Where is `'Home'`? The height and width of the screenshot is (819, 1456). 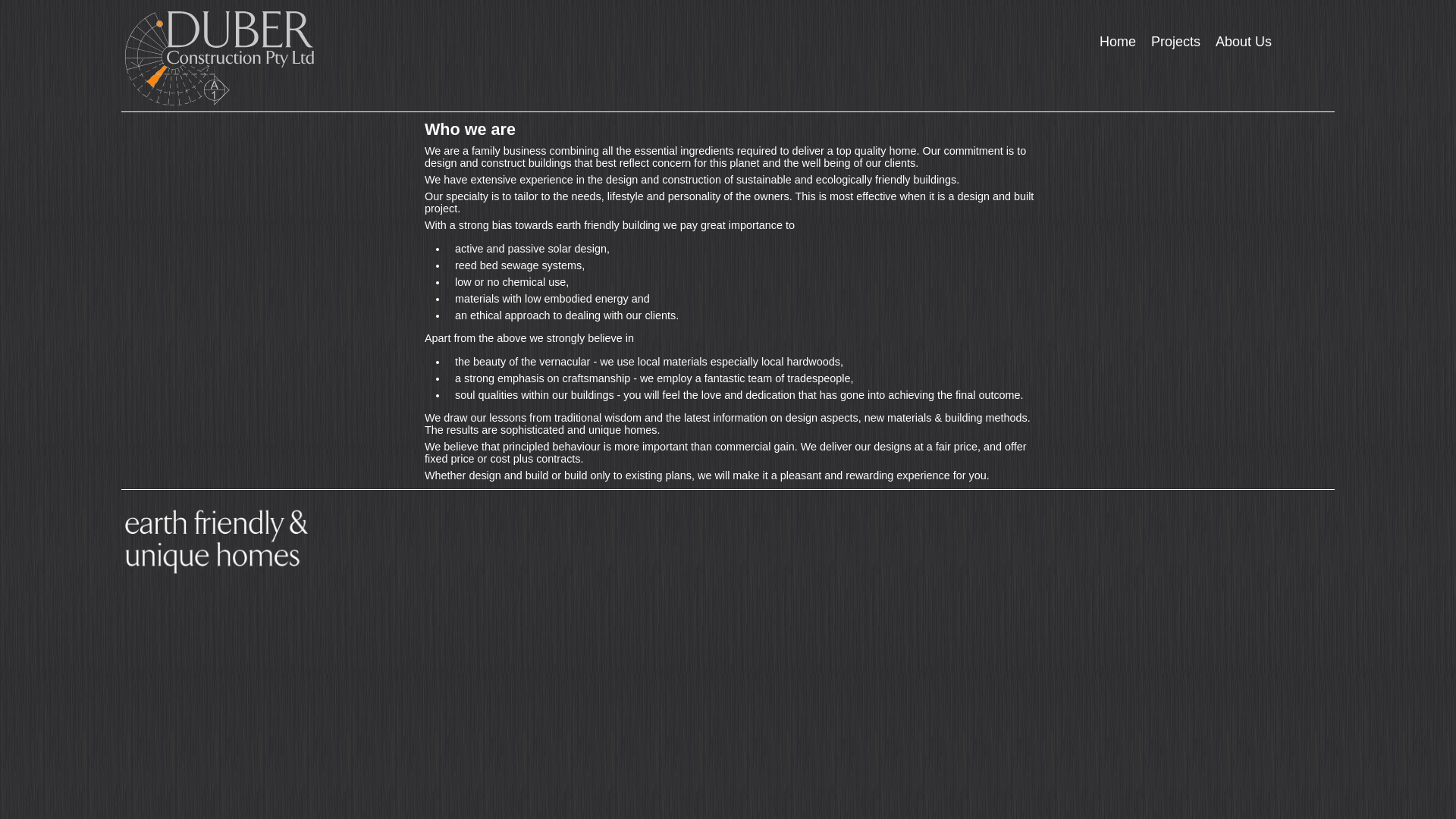 'Home' is located at coordinates (1117, 41).